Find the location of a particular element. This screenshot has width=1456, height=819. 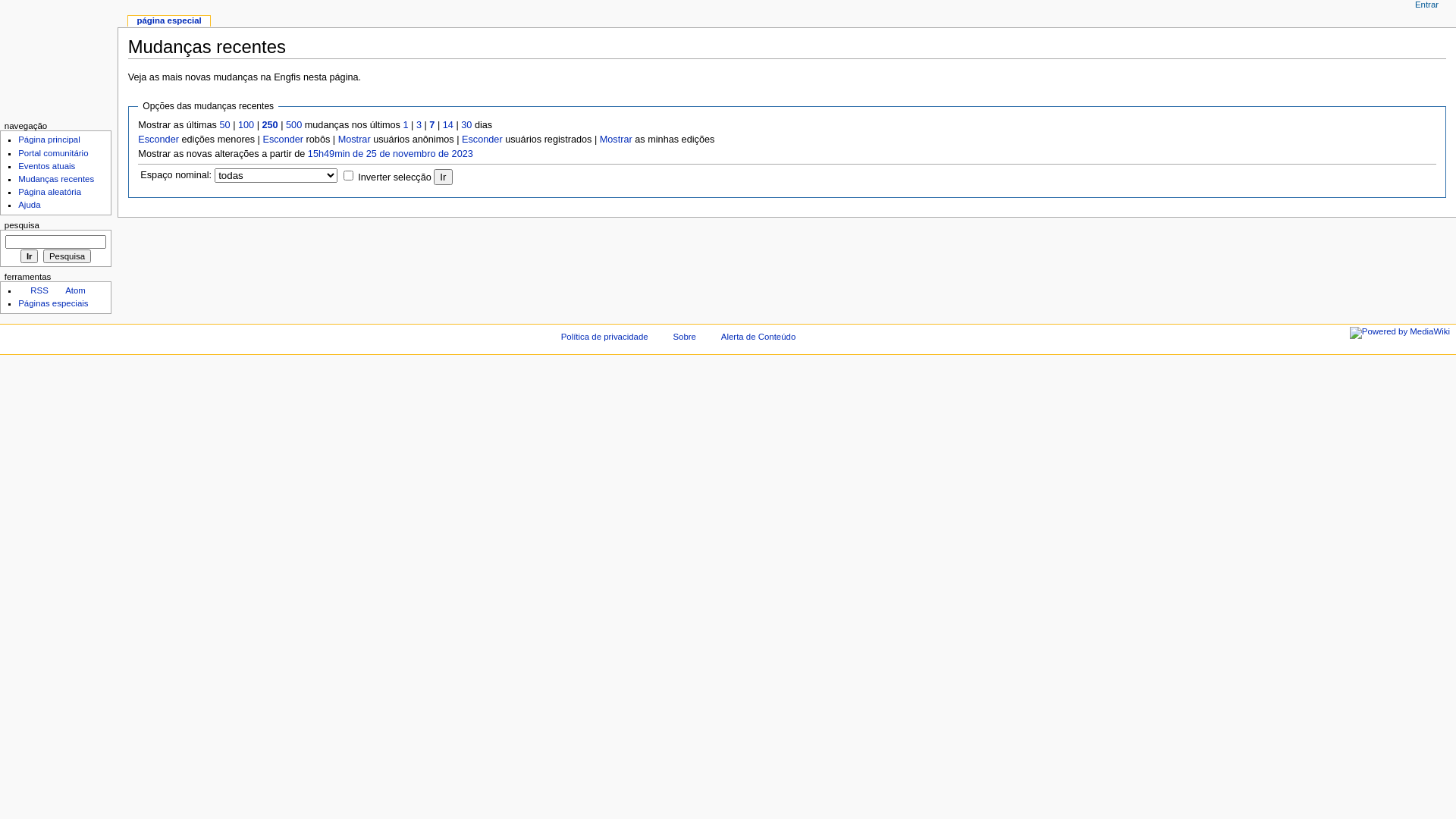

'Pesquisa' is located at coordinates (66, 256).